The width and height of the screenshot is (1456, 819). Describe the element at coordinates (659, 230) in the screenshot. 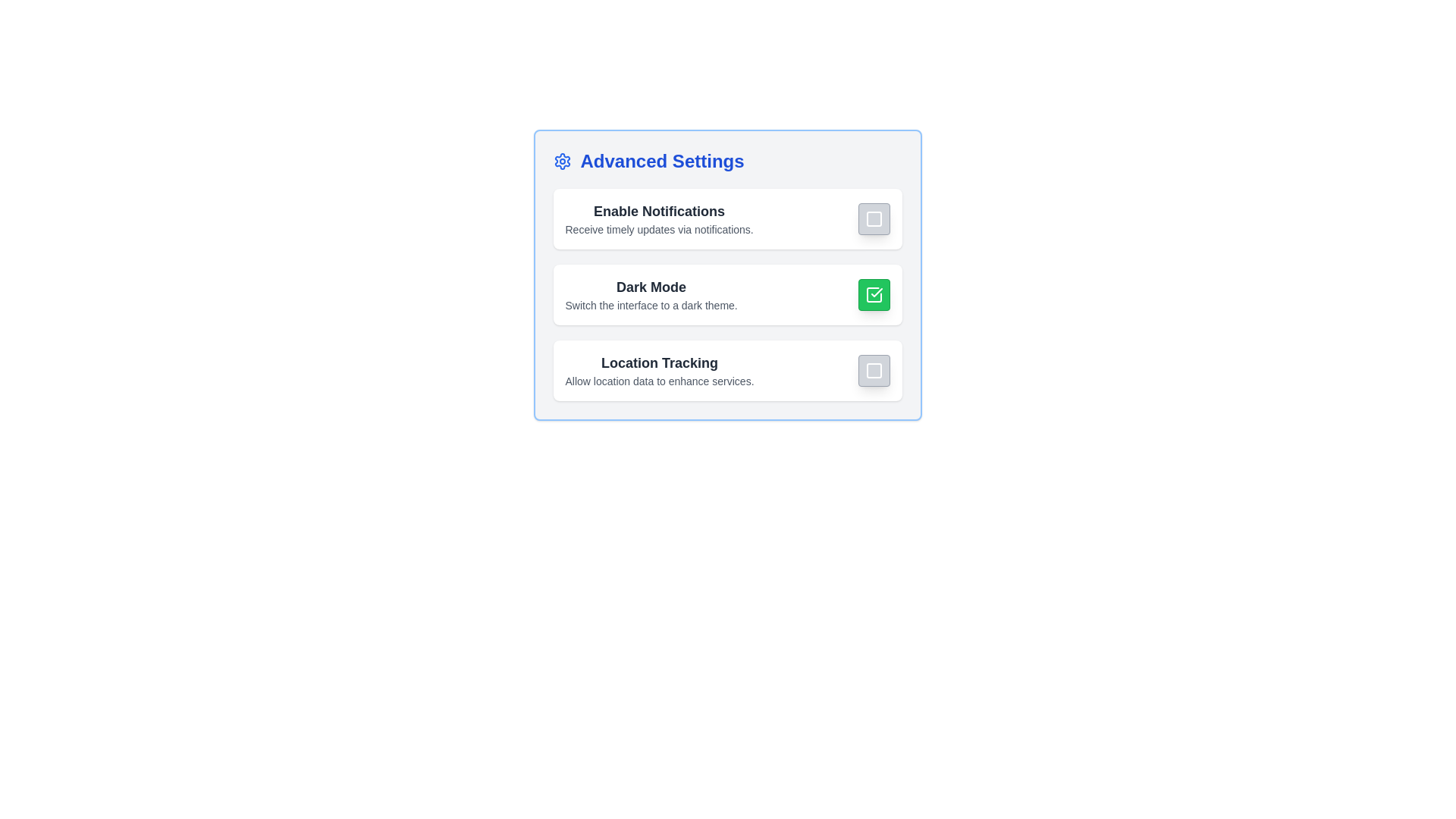

I see `the text label reading 'Receive timely updates via notifications.', which serves as a descriptive subtitle for the 'Enable Notifications' header` at that location.